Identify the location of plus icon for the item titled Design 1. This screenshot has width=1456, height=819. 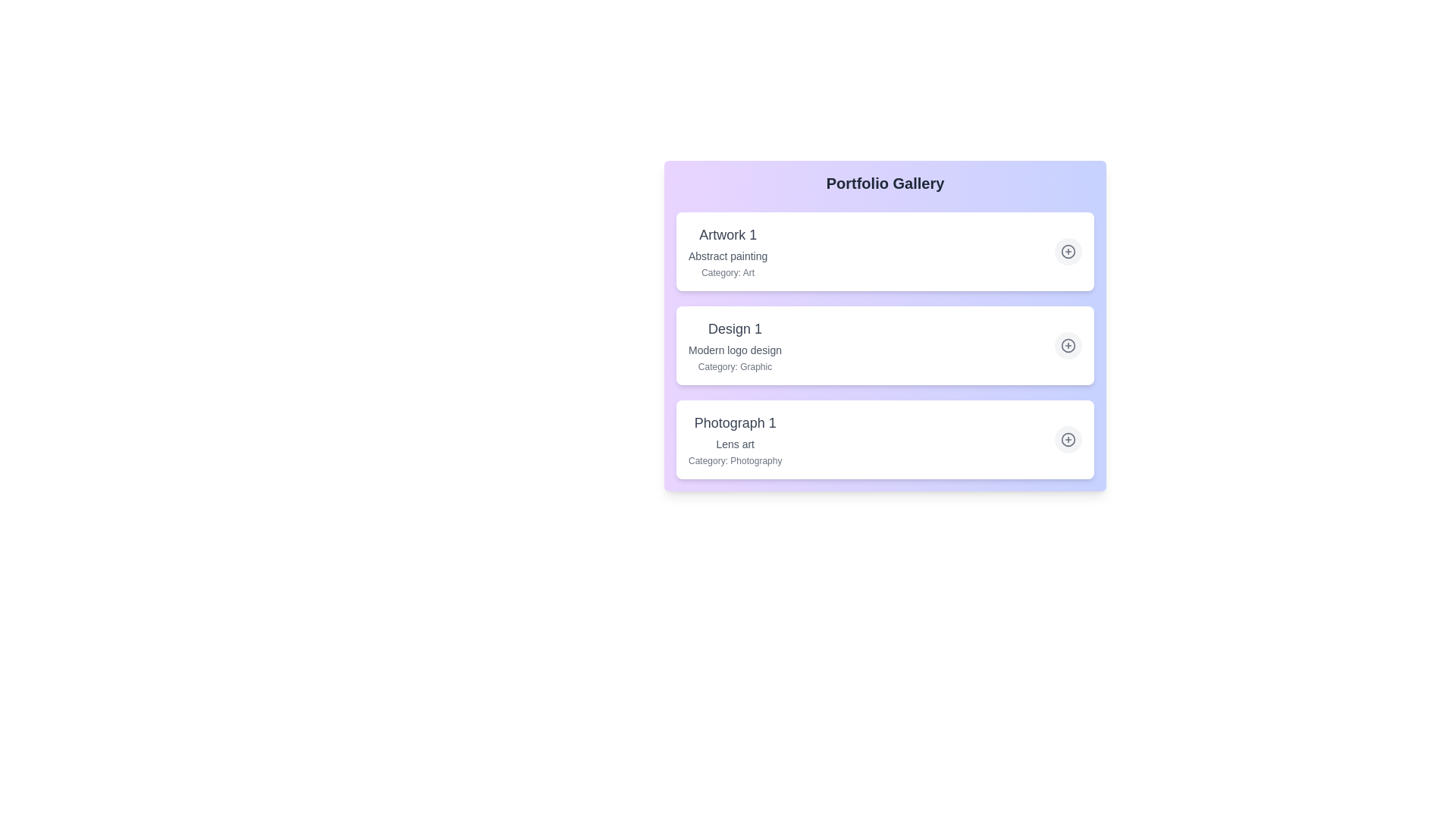
(1068, 345).